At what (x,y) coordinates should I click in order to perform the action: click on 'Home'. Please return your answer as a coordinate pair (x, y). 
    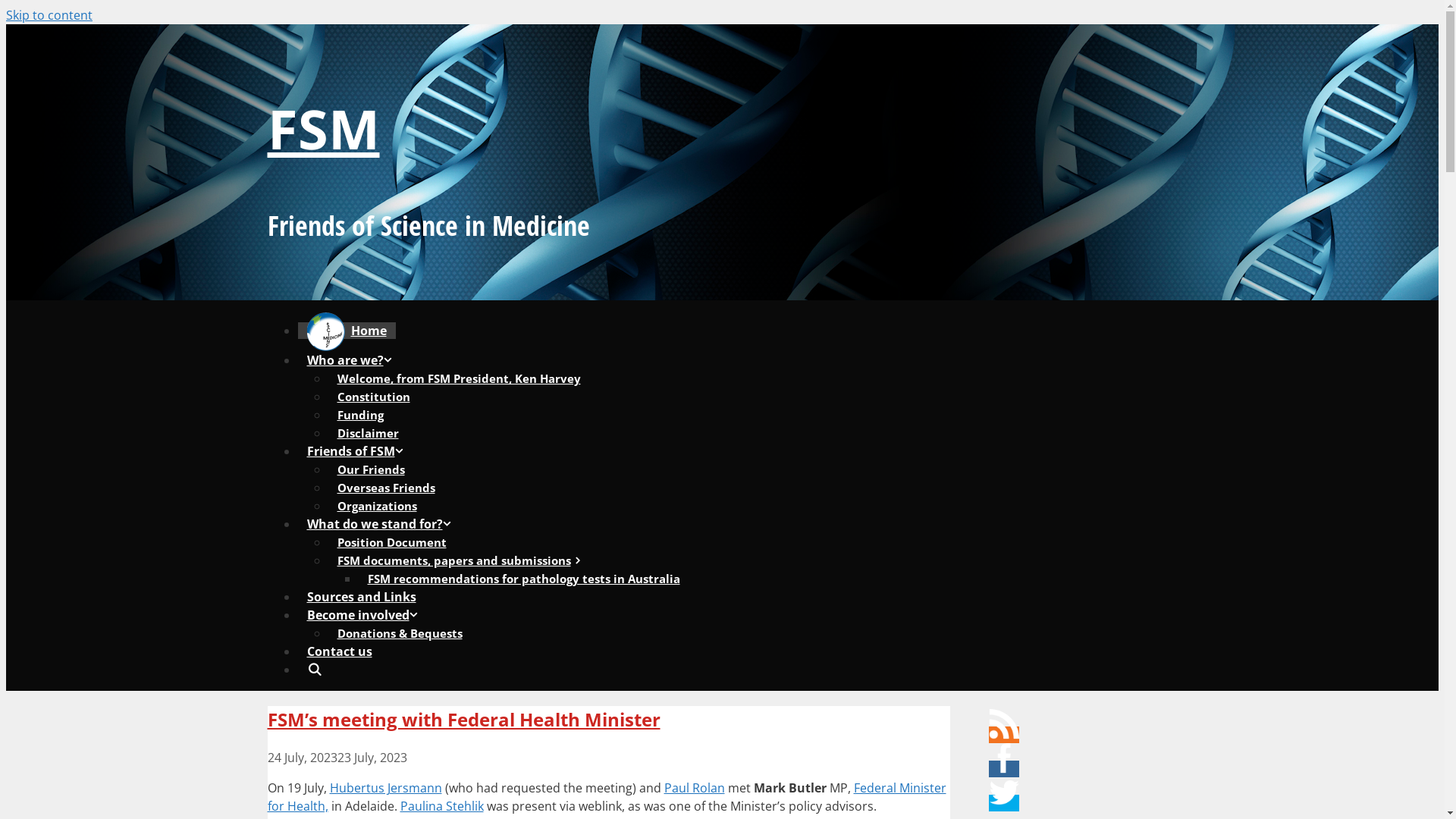
    Looking at the image, I should click on (345, 329).